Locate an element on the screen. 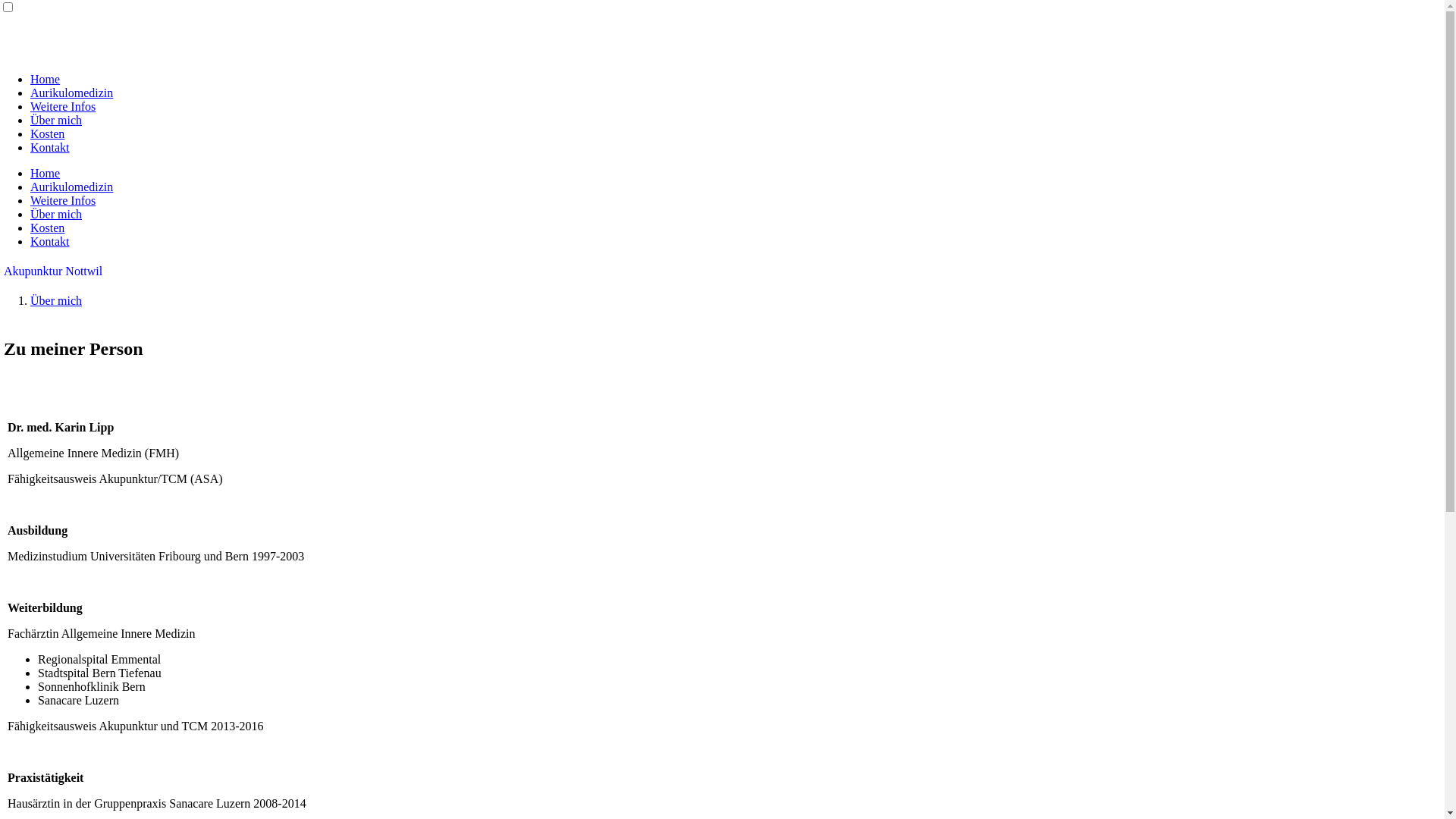 Image resolution: width=1456 pixels, height=819 pixels. 'Aurikulomedizin' is located at coordinates (71, 186).